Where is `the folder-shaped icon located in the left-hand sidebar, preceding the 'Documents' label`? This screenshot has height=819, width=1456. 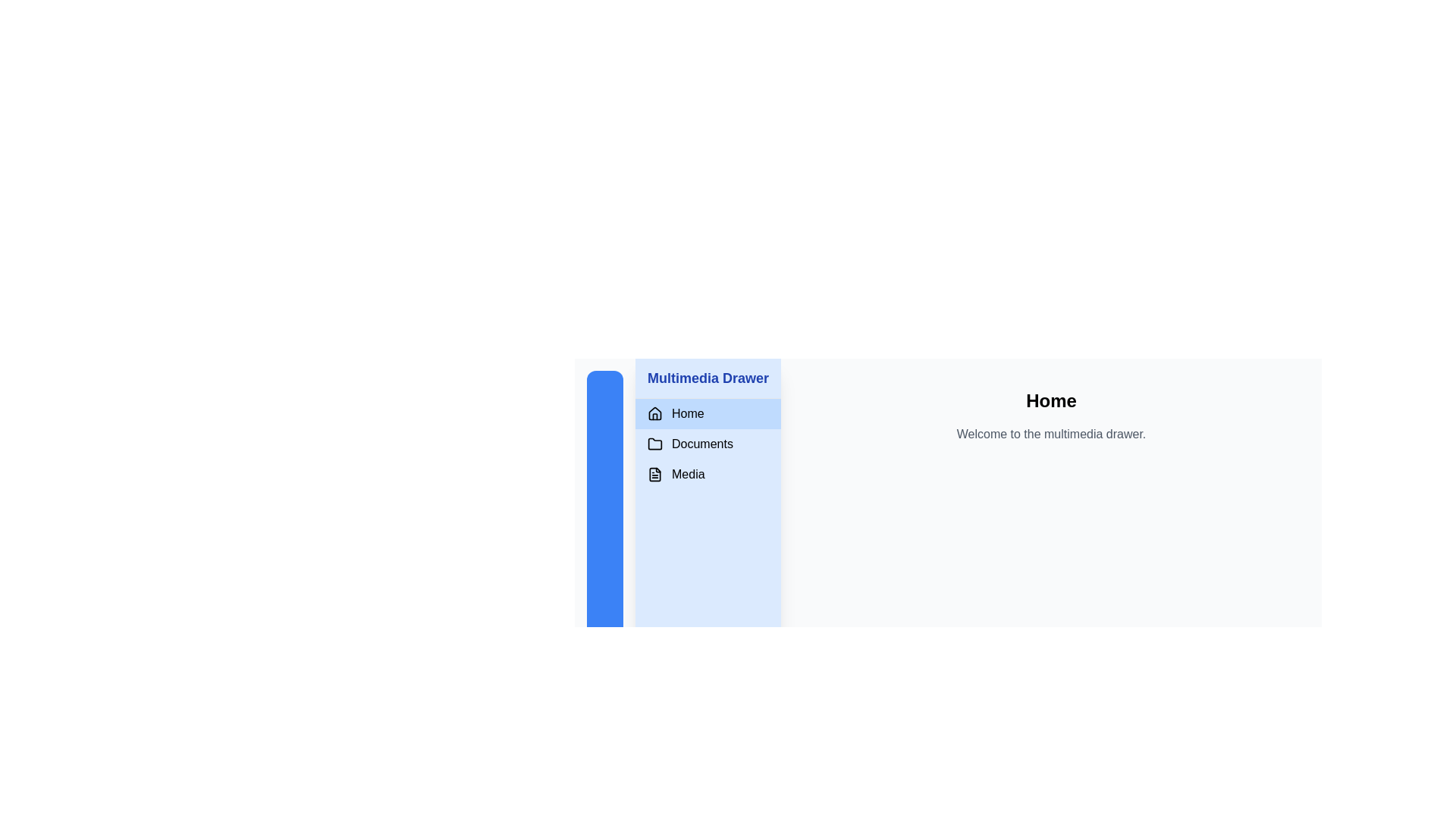 the folder-shaped icon located in the left-hand sidebar, preceding the 'Documents' label is located at coordinates (655, 444).